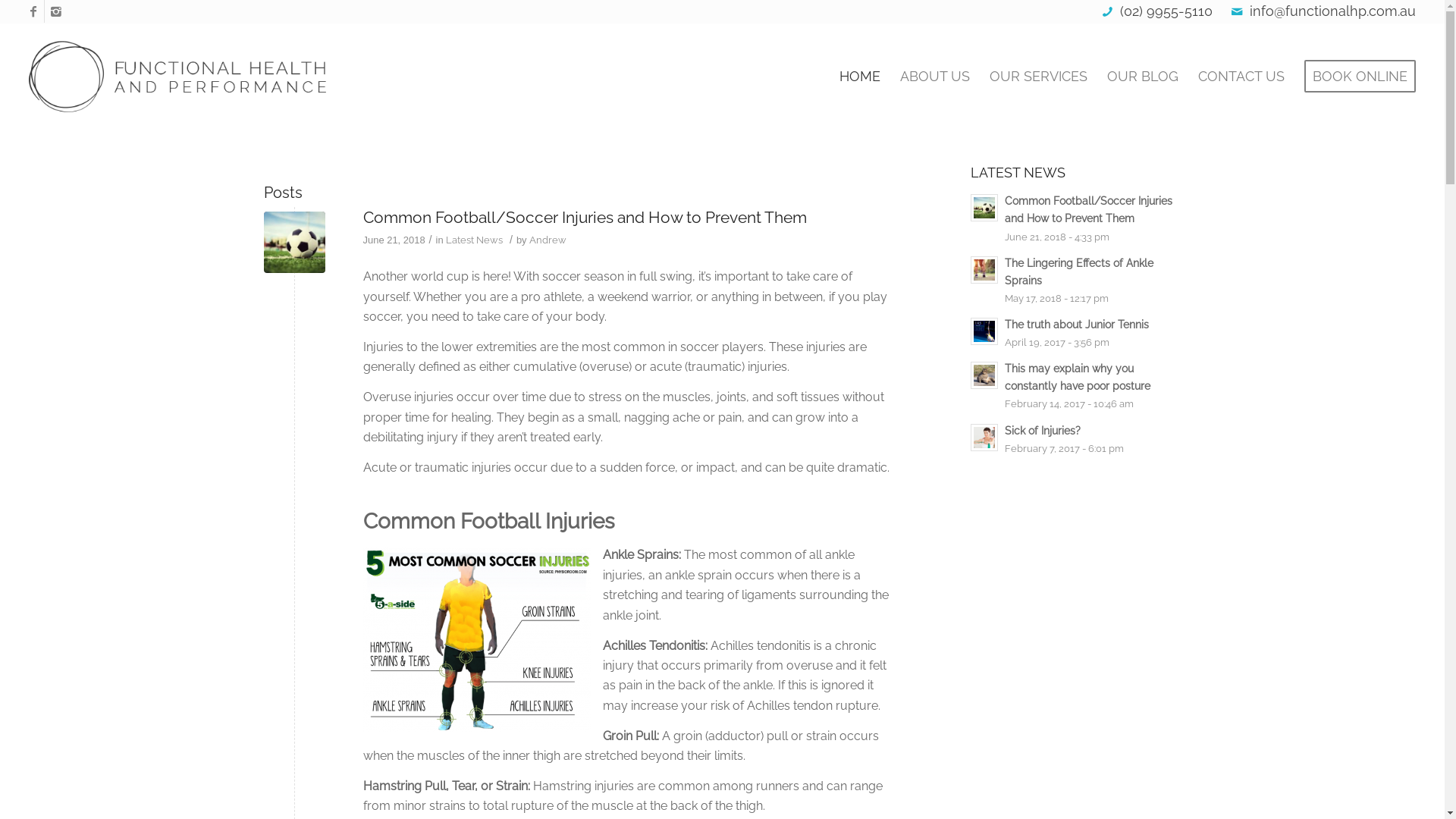 This screenshot has height=819, width=1456. What do you see at coordinates (33, 11) in the screenshot?
I see `'Facebook'` at bounding box center [33, 11].